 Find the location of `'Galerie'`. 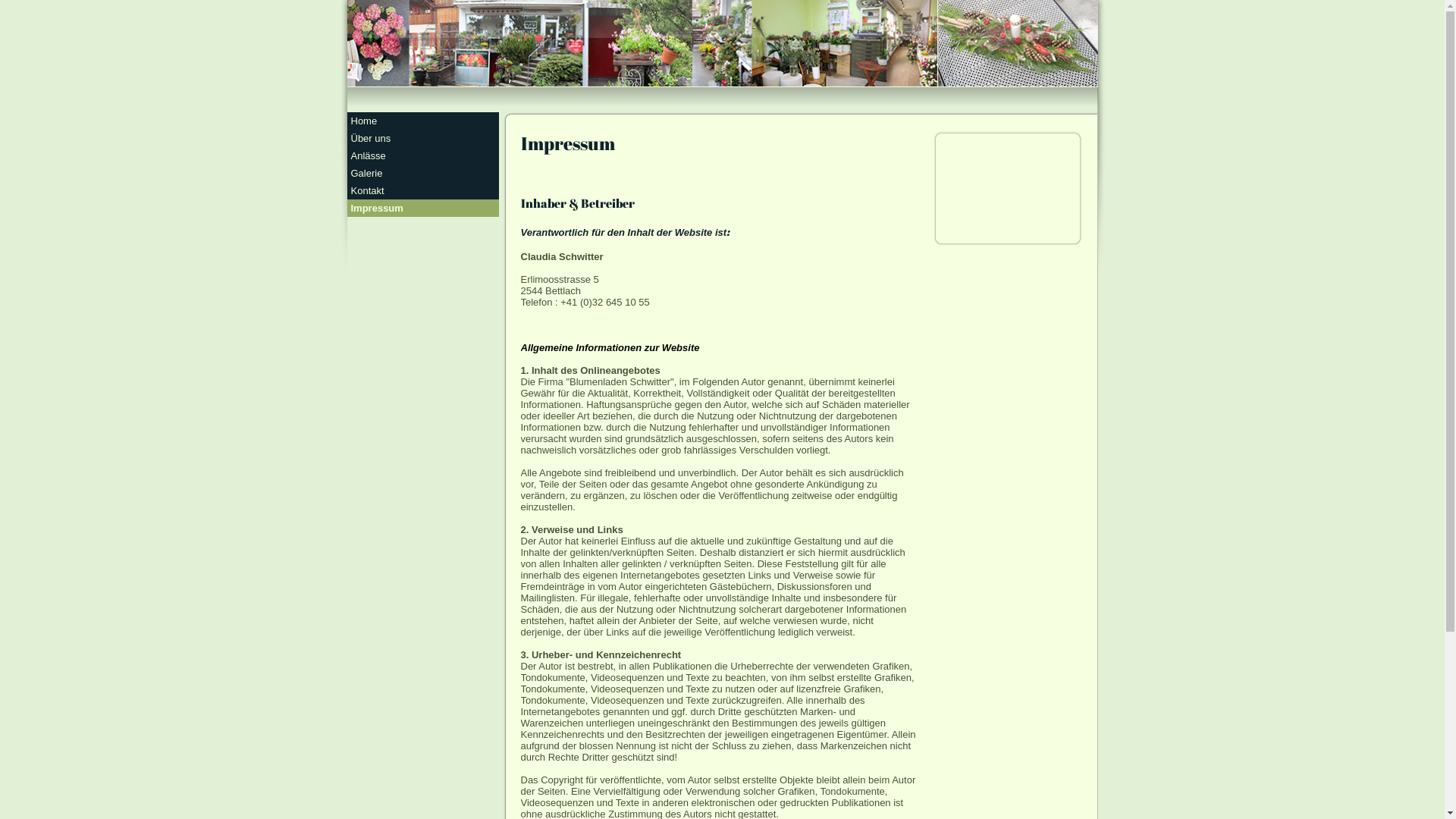

'Galerie' is located at coordinates (422, 172).